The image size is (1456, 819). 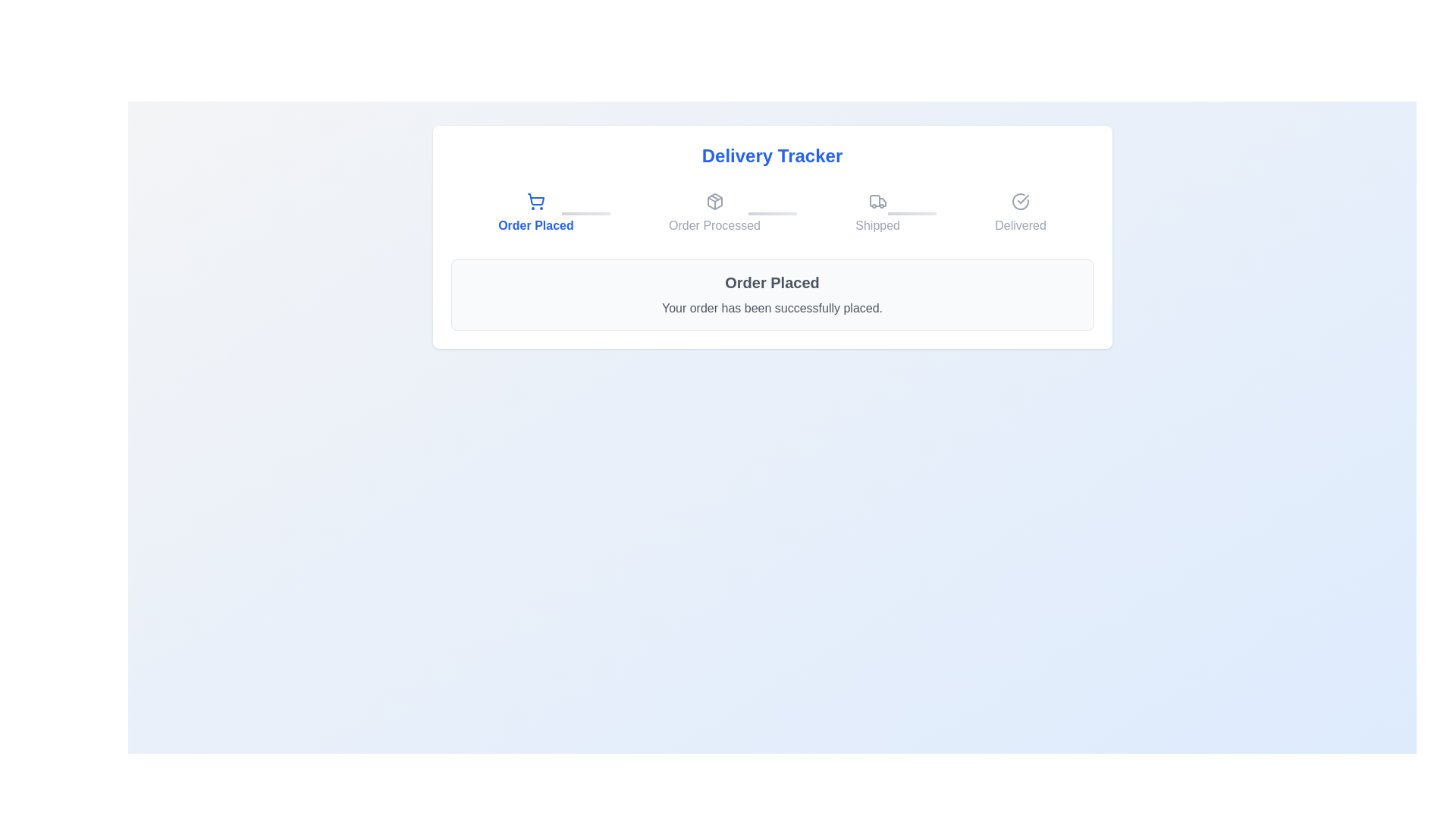 I want to click on the step icon corresponding to Delivered to navigate to that step, so click(x=1021, y=213).